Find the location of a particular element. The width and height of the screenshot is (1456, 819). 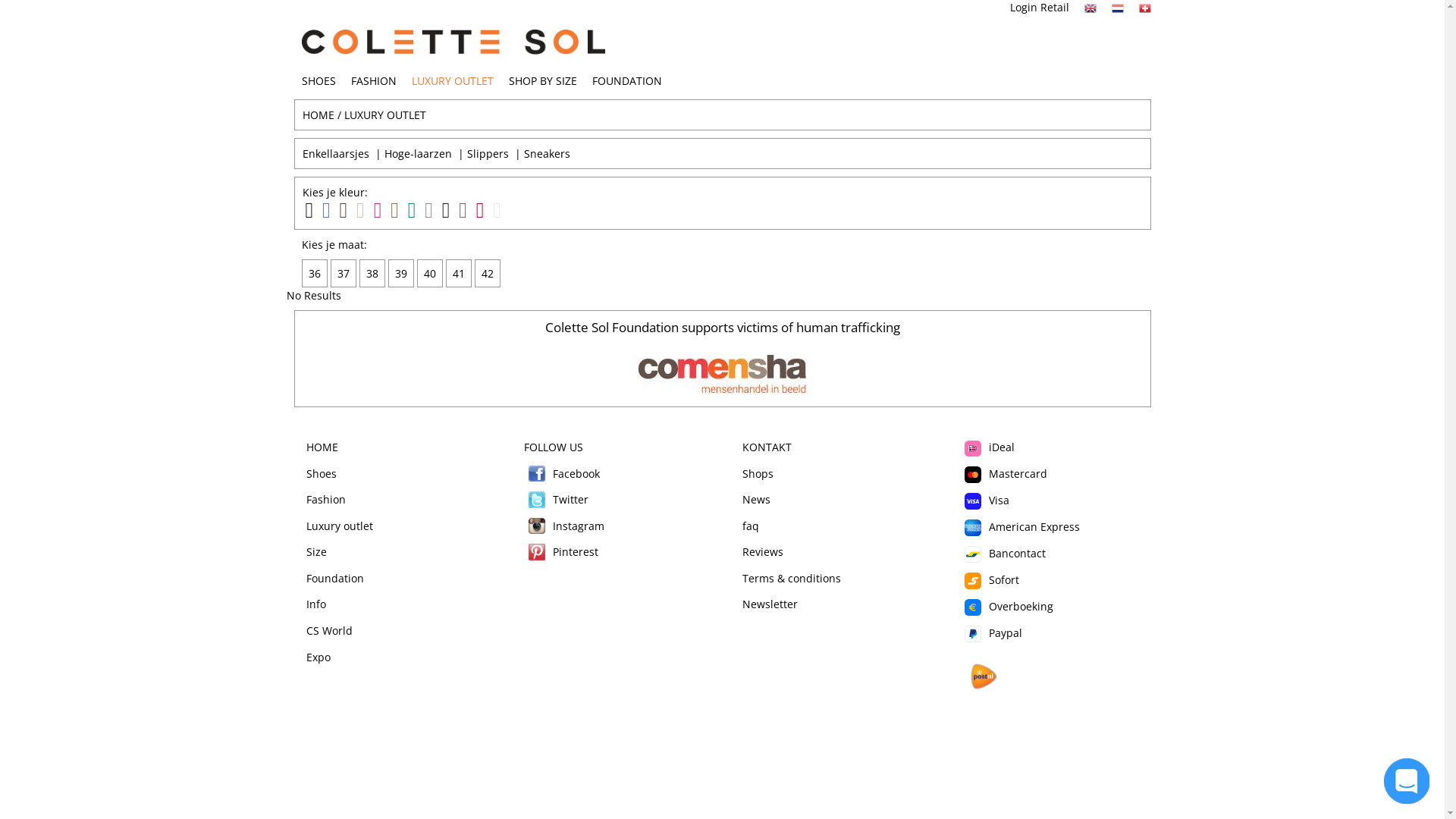

'FASHION' is located at coordinates (349, 80).